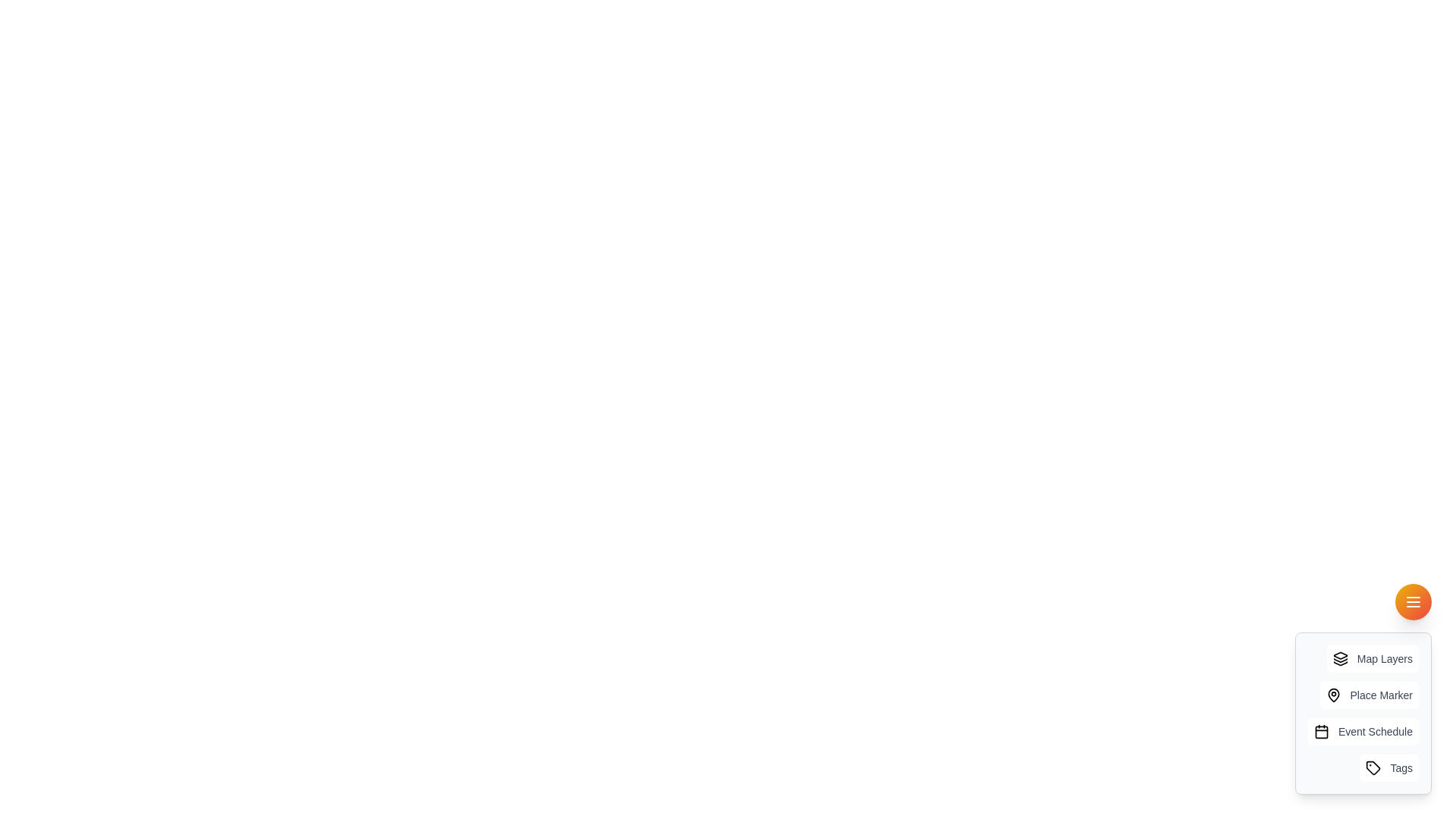 This screenshot has height=819, width=1456. What do you see at coordinates (1369, 695) in the screenshot?
I see `the 'Place Marker' item in the menu` at bounding box center [1369, 695].